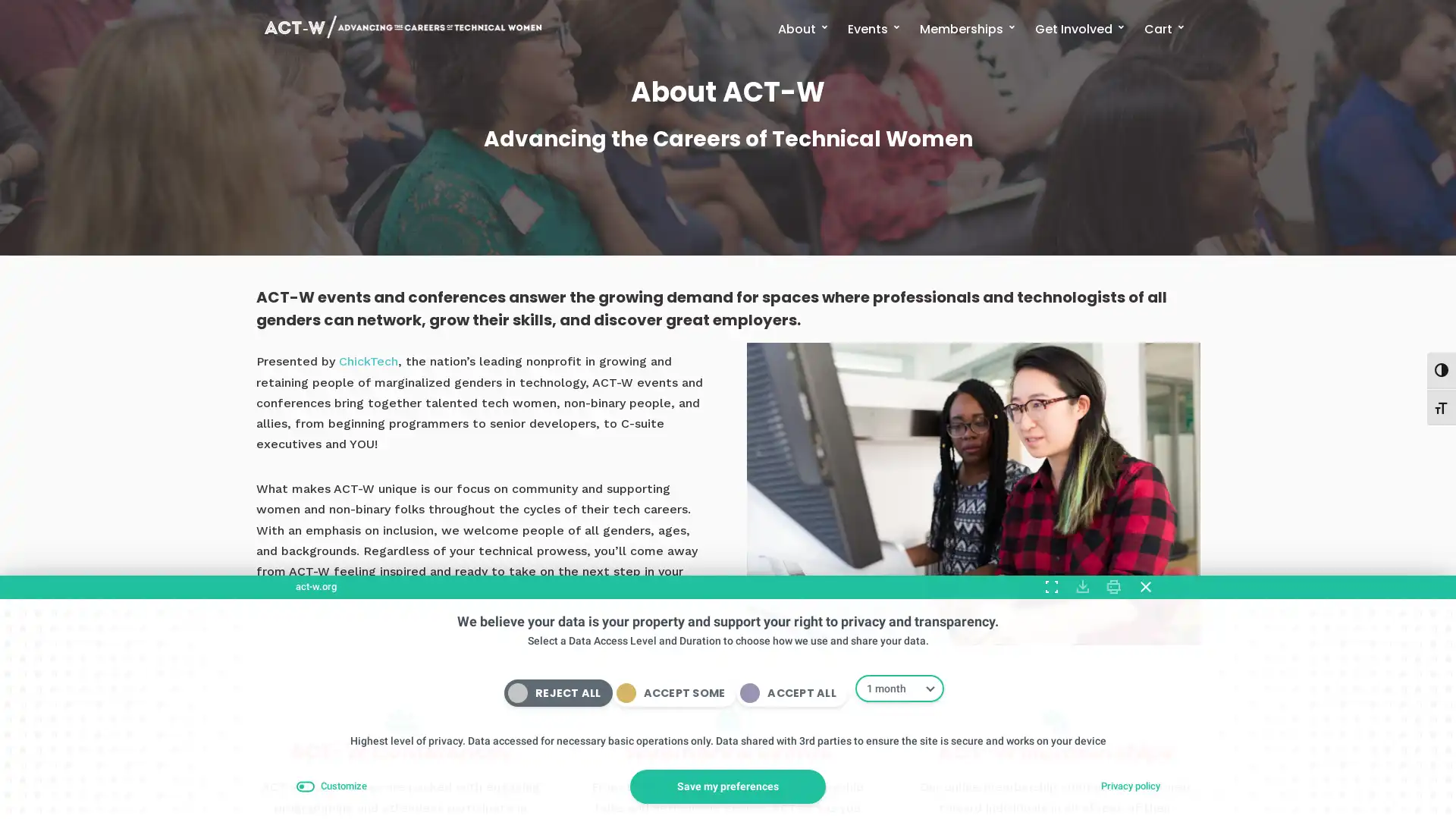  Describe the element at coordinates (330, 786) in the screenshot. I see `Customize` at that location.